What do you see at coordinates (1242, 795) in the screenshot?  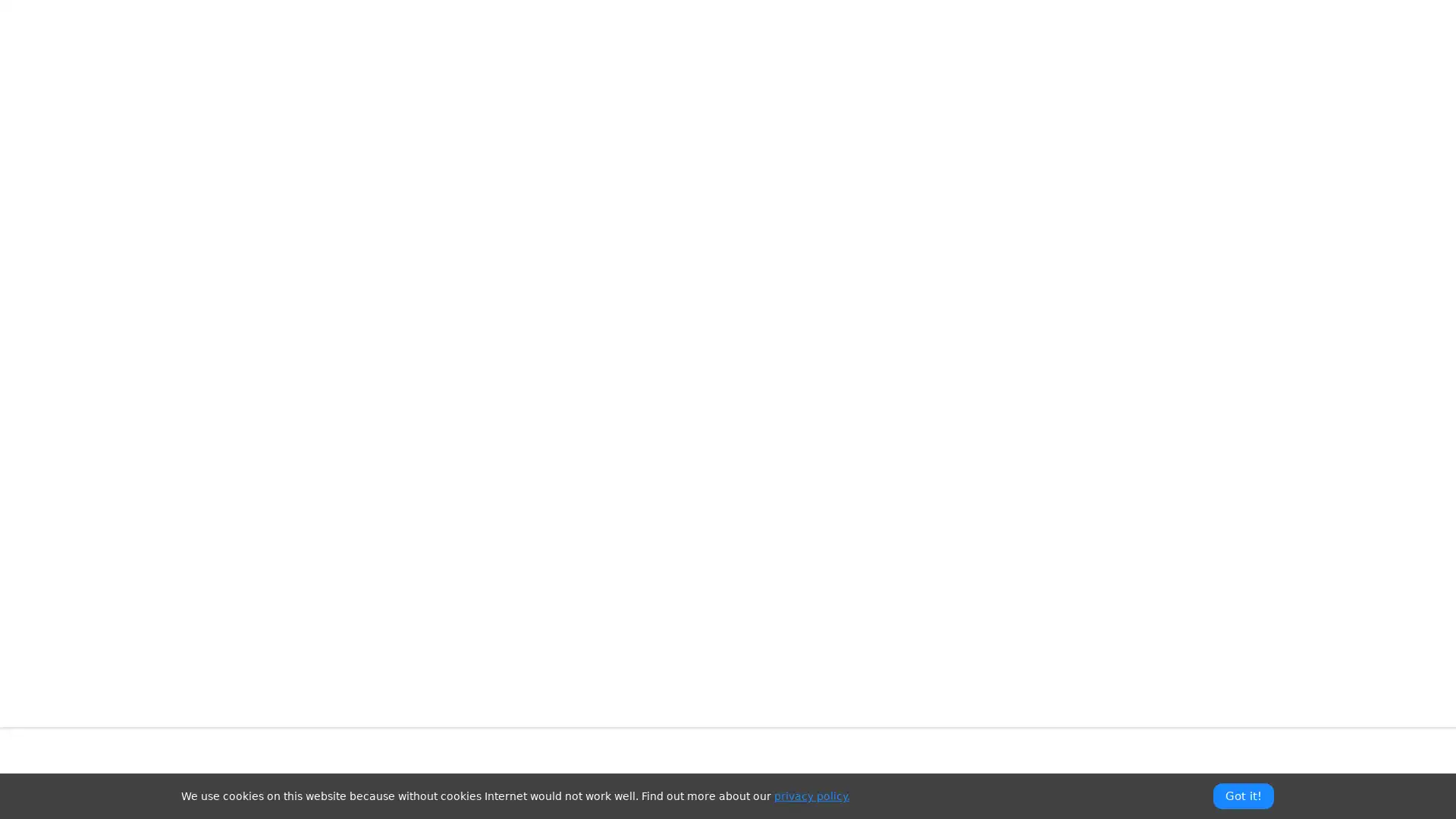 I see `Got it!` at bounding box center [1242, 795].